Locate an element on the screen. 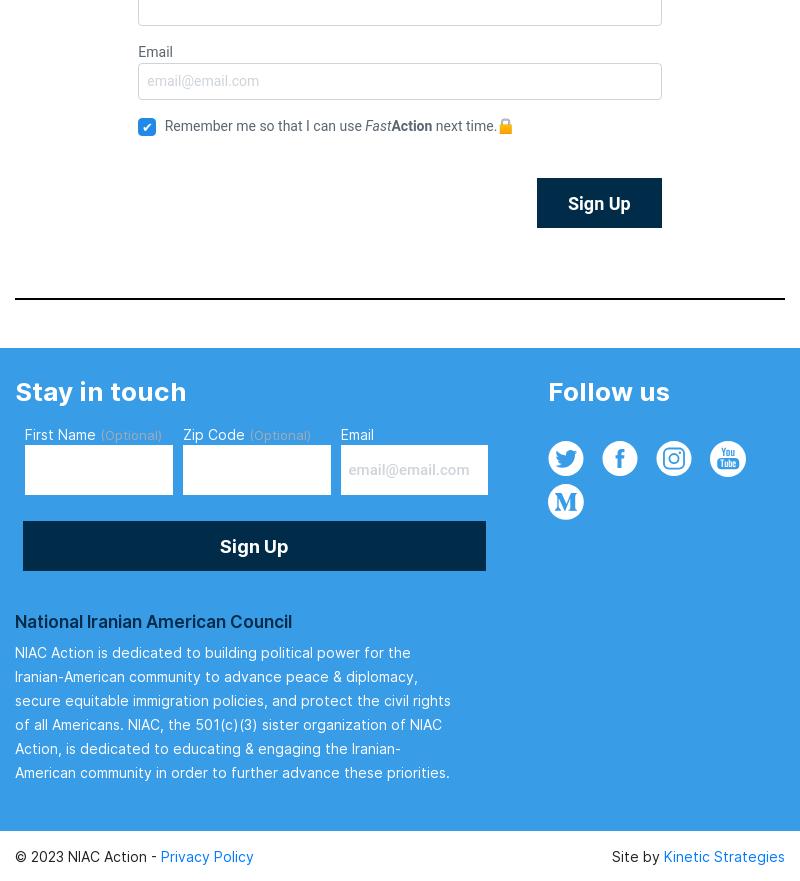 The width and height of the screenshot is (800, 881). 'Site by' is located at coordinates (637, 855).